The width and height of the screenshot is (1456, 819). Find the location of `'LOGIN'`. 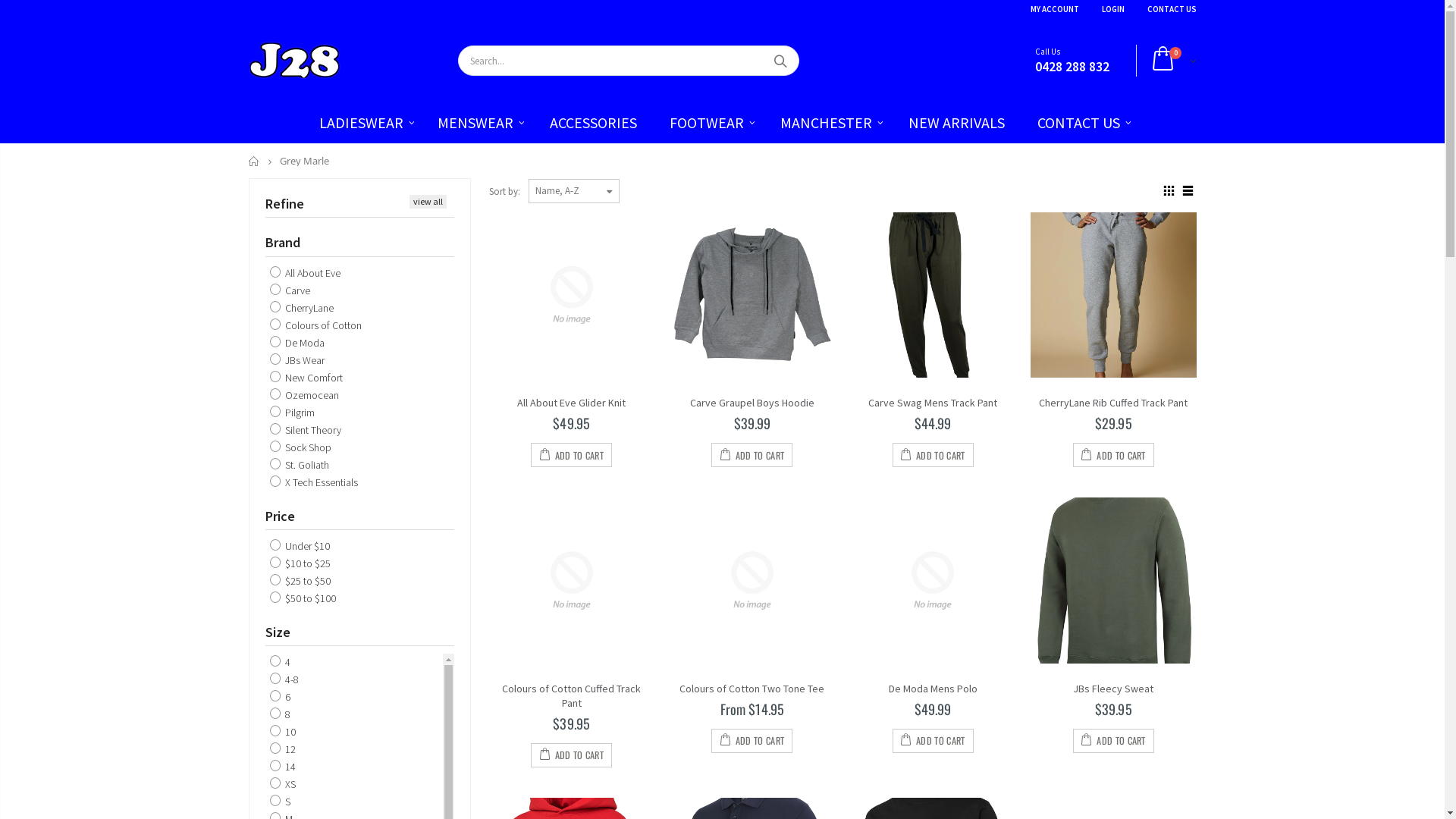

'LOGIN' is located at coordinates (1112, 8).